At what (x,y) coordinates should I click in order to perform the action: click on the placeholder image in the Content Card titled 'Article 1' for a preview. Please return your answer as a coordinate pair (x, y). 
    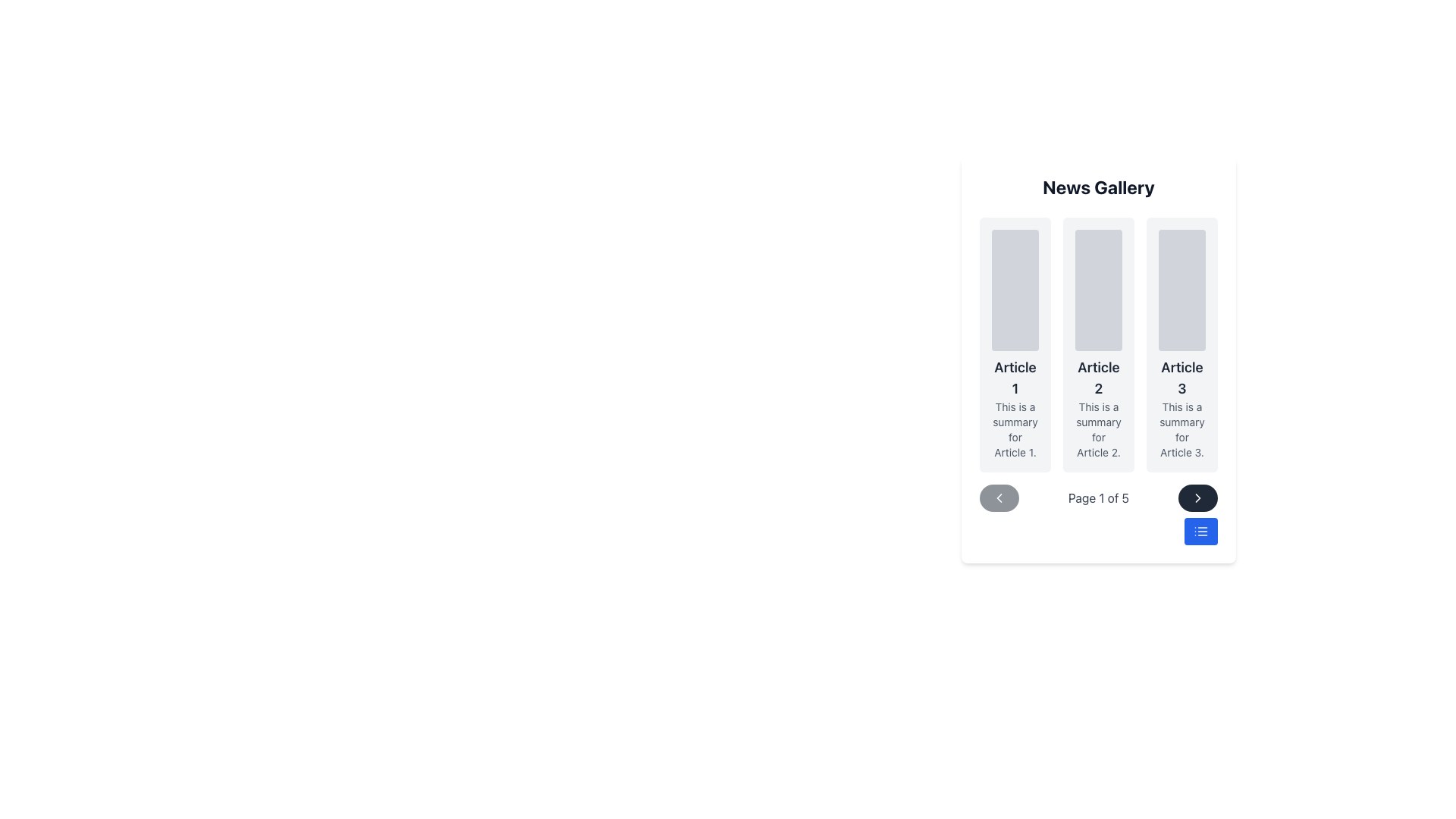
    Looking at the image, I should click on (1015, 345).